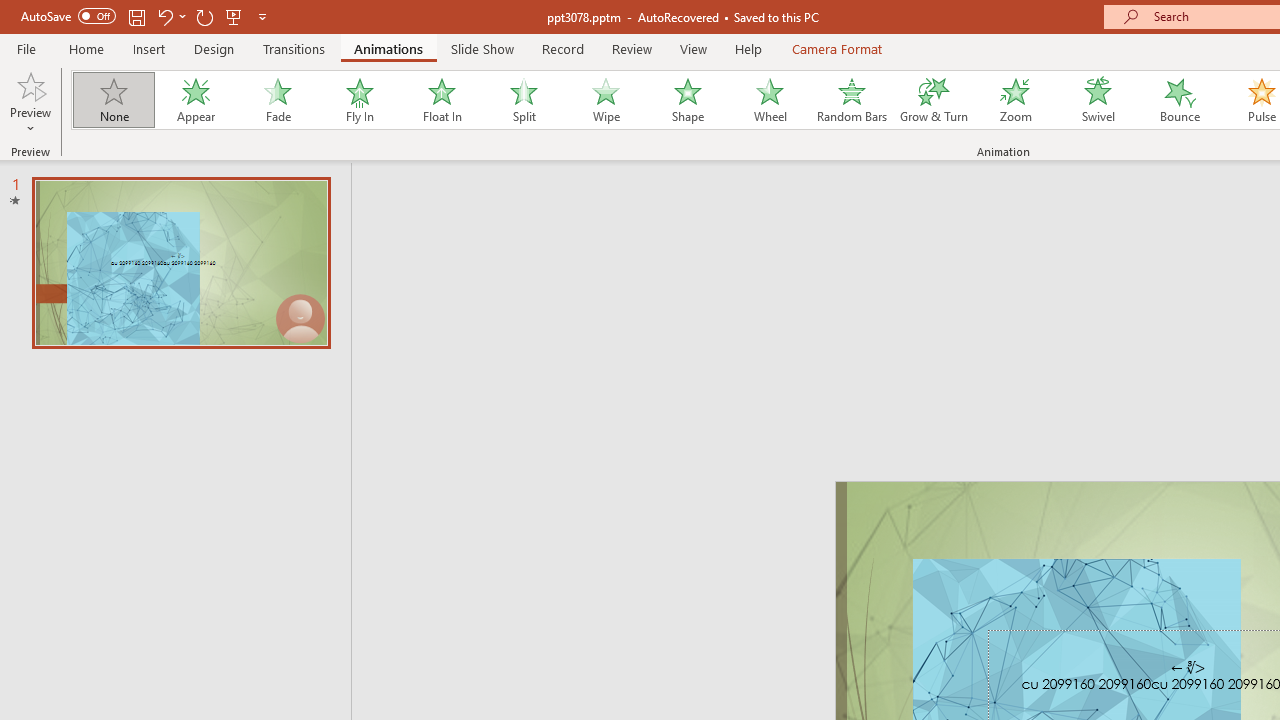  What do you see at coordinates (837, 48) in the screenshot?
I see `'Camera Format'` at bounding box center [837, 48].